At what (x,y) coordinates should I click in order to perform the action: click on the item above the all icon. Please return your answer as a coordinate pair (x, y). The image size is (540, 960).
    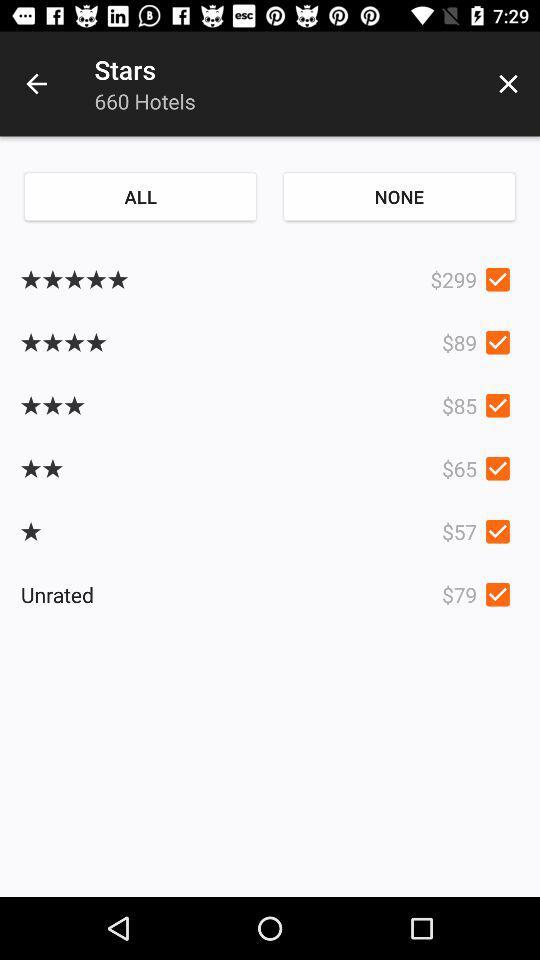
    Looking at the image, I should click on (36, 84).